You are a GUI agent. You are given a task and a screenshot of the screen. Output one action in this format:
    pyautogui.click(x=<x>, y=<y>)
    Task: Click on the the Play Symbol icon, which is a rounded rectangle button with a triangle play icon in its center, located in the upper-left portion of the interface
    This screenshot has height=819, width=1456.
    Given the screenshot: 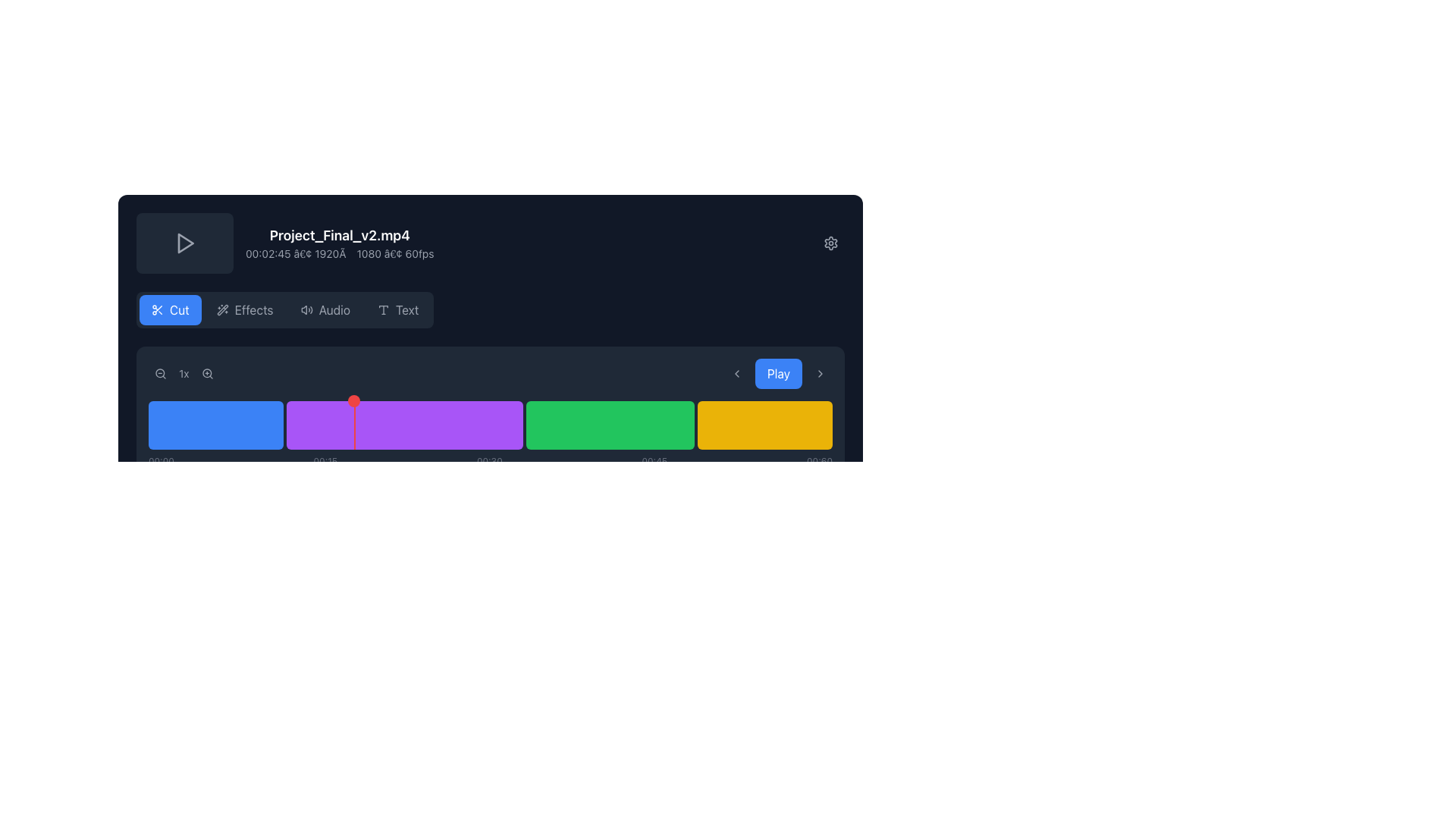 What is the action you would take?
    pyautogui.click(x=184, y=242)
    